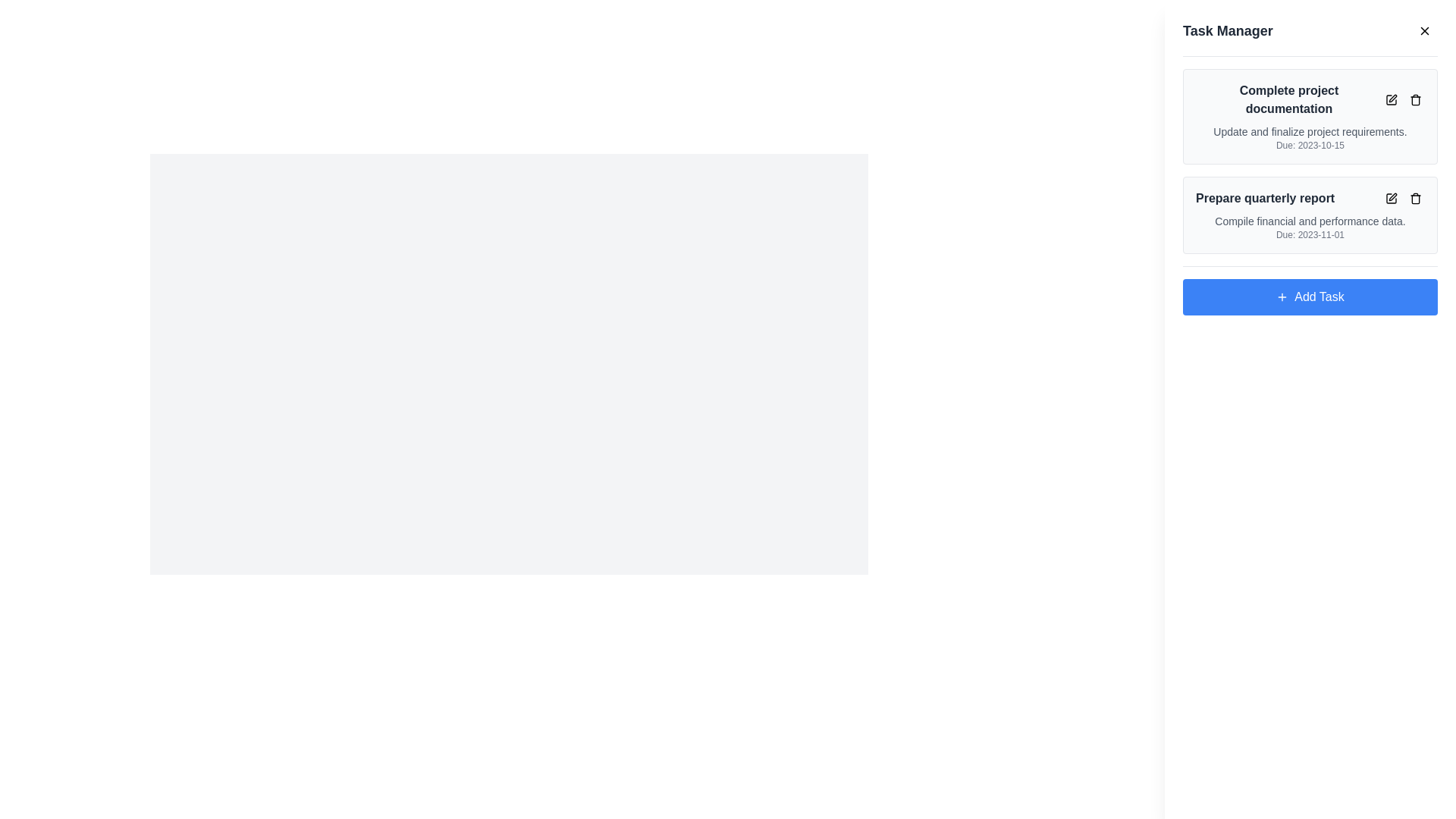  Describe the element at coordinates (1310, 290) in the screenshot. I see `the prominent rectangular 'Add Task' button with a blue background and white text` at that location.